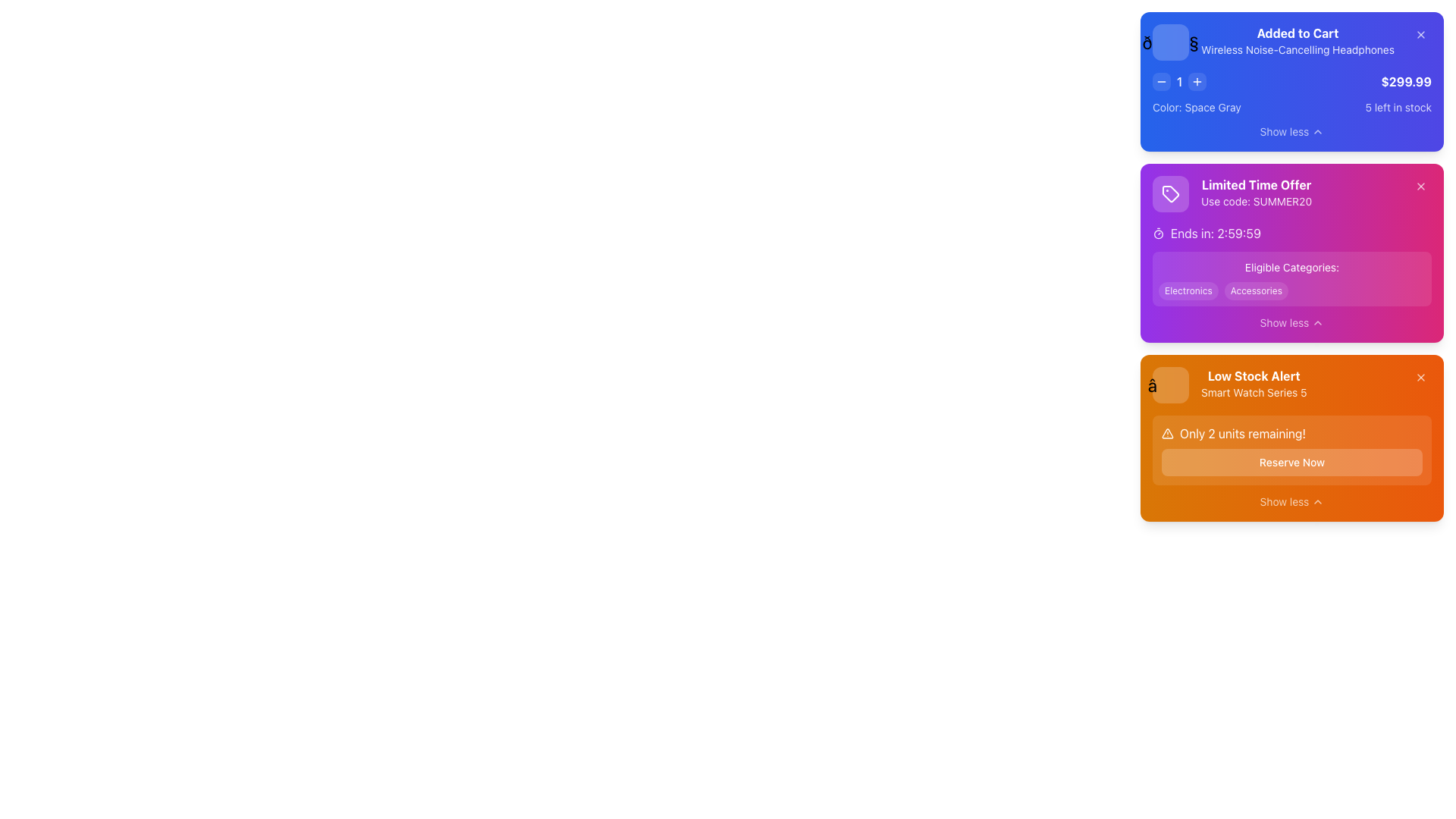 This screenshot has height=819, width=1456. What do you see at coordinates (1197, 82) in the screenshot?
I see `the icon button located in the blue 'Added to Cart' section to increase the quantity of the selected item in the cart` at bounding box center [1197, 82].